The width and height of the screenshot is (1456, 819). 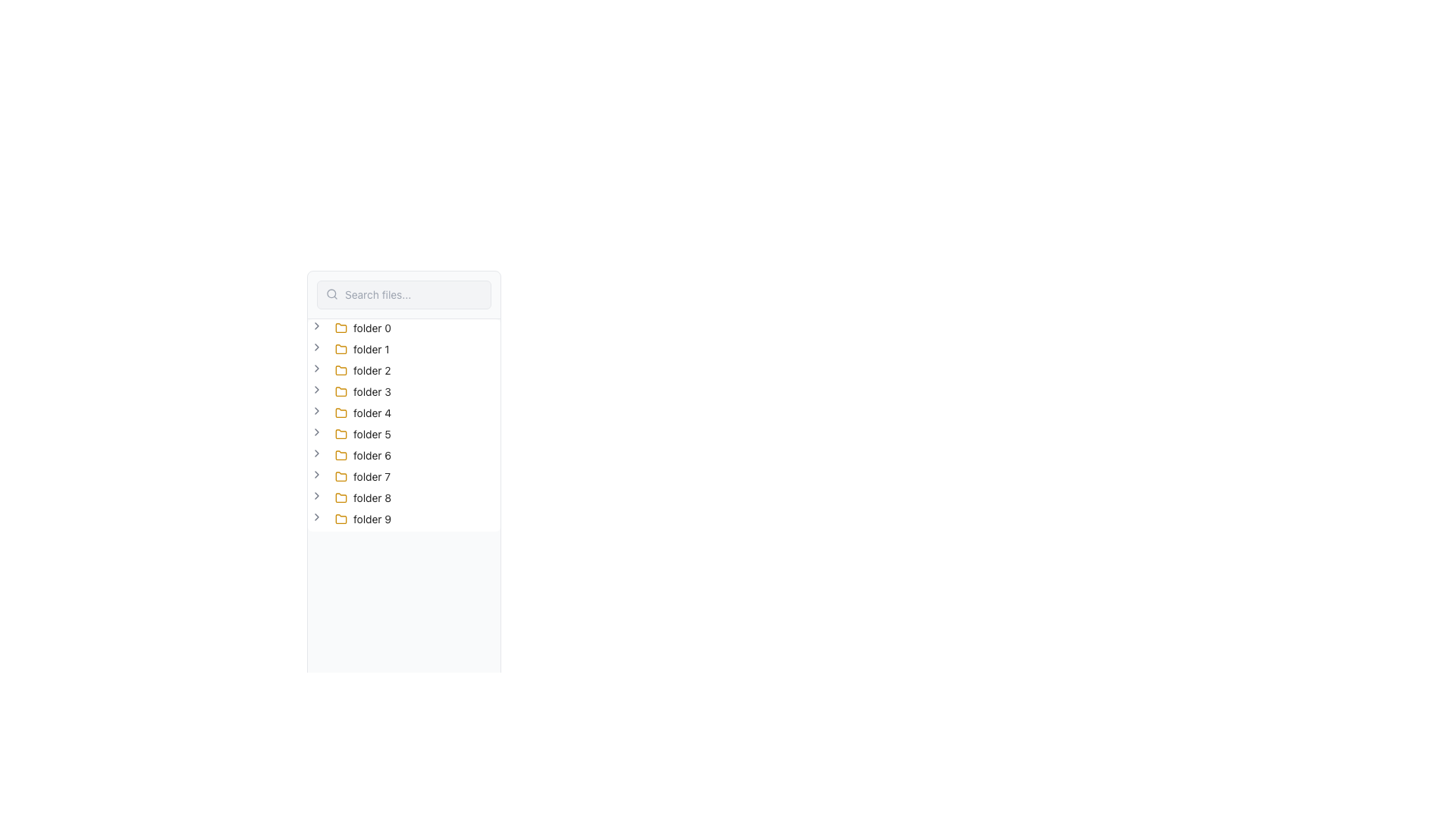 I want to click on the Chevron Right button next to 'folder 5', so click(x=315, y=432).